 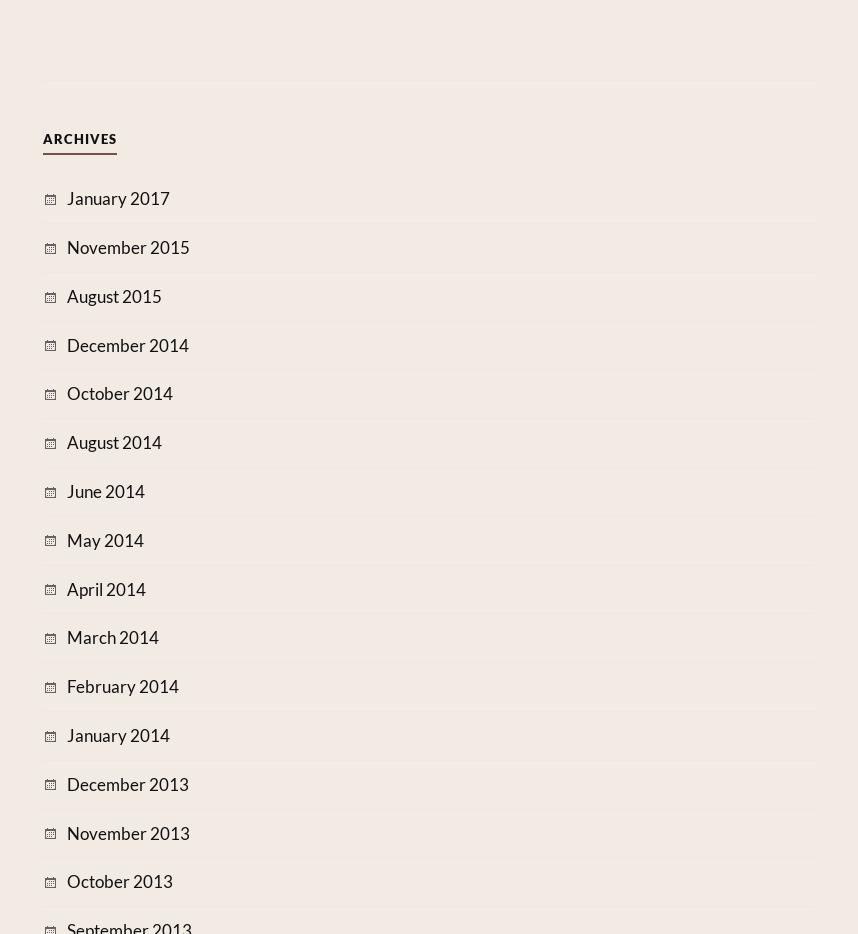 What do you see at coordinates (64, 344) in the screenshot?
I see `'December 2014'` at bounding box center [64, 344].